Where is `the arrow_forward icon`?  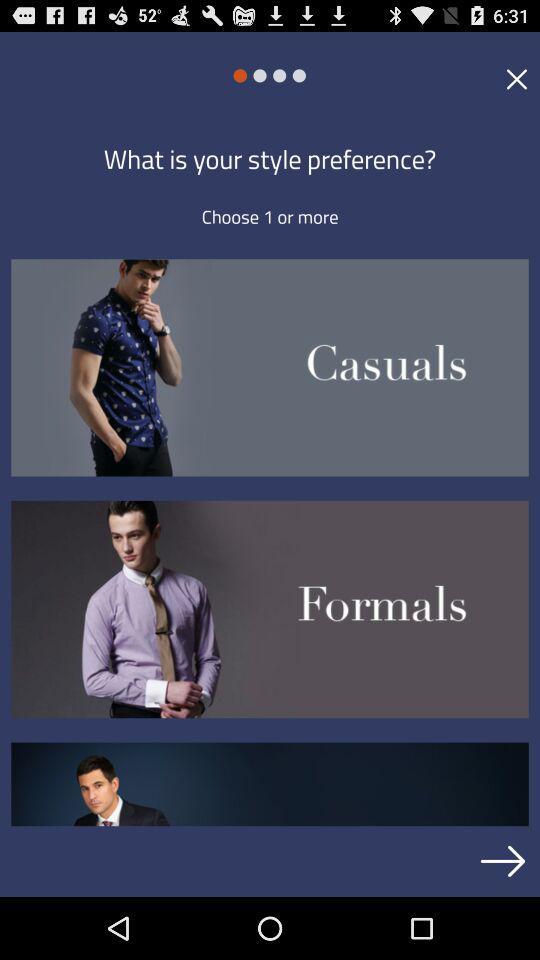 the arrow_forward icon is located at coordinates (502, 921).